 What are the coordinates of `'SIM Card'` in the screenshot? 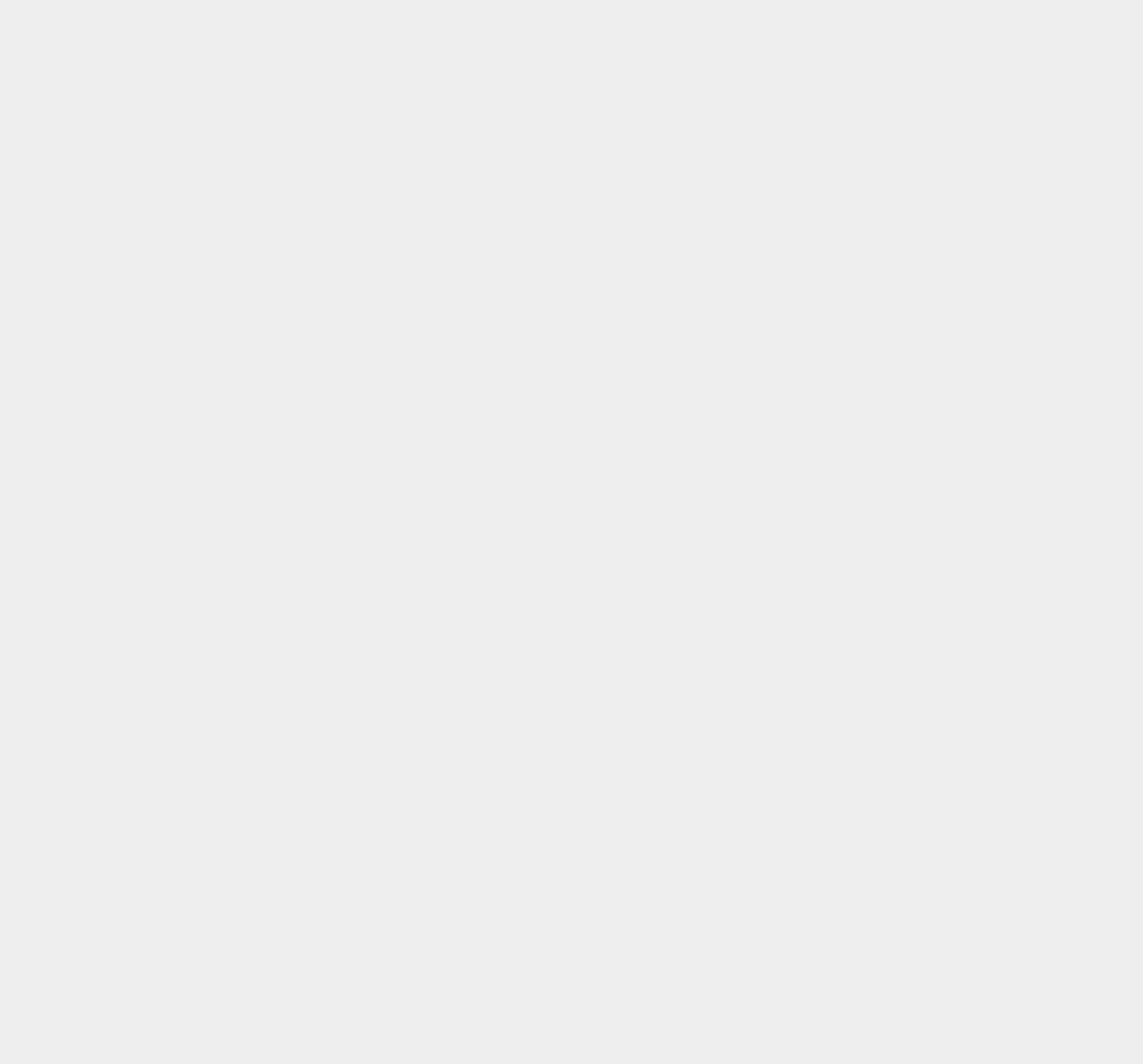 It's located at (835, 908).